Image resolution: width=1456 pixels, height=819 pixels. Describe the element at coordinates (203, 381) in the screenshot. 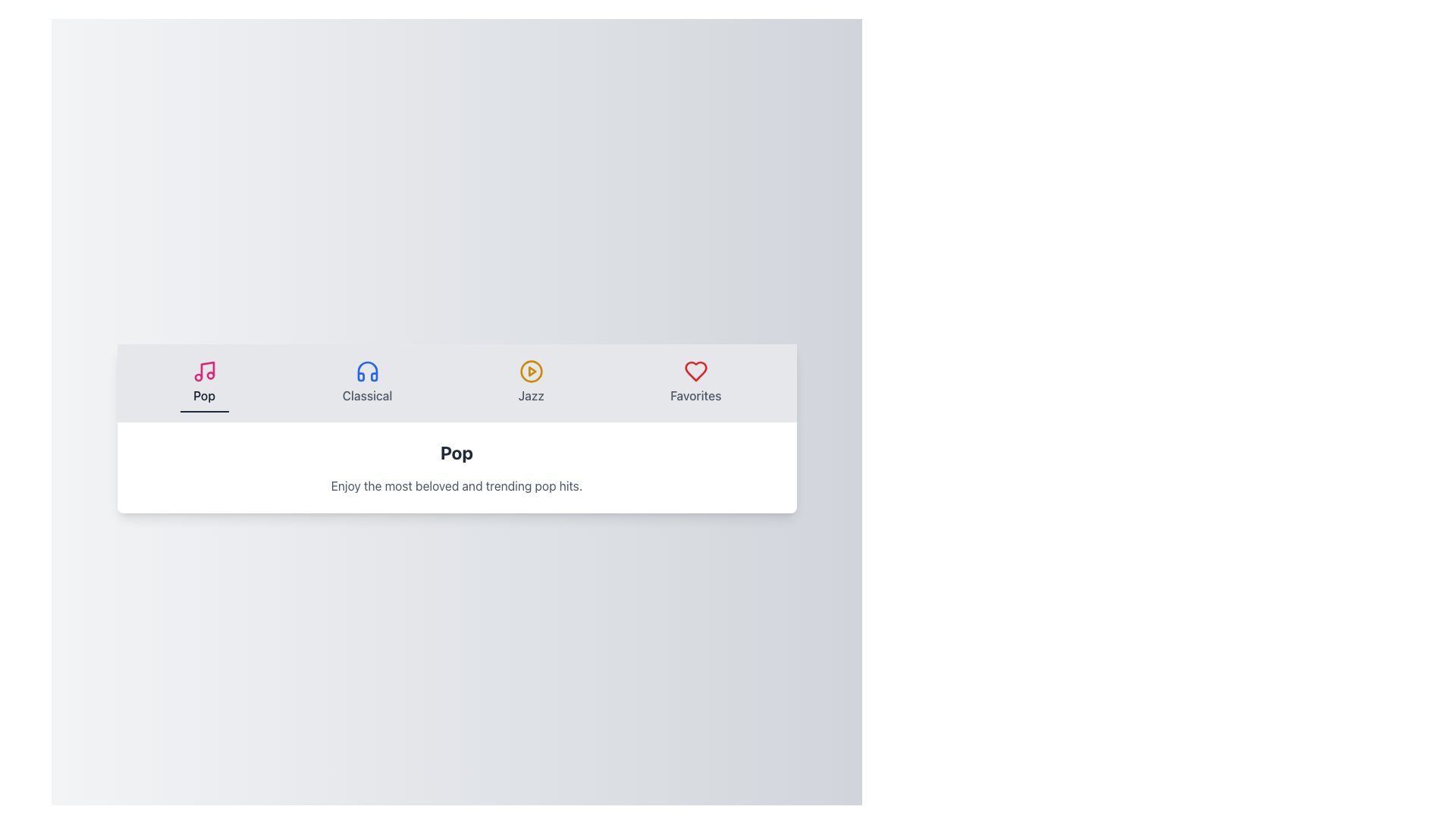

I see `the vertically-aligned button displaying a pink musical note icon above the text 'Pop'` at that location.